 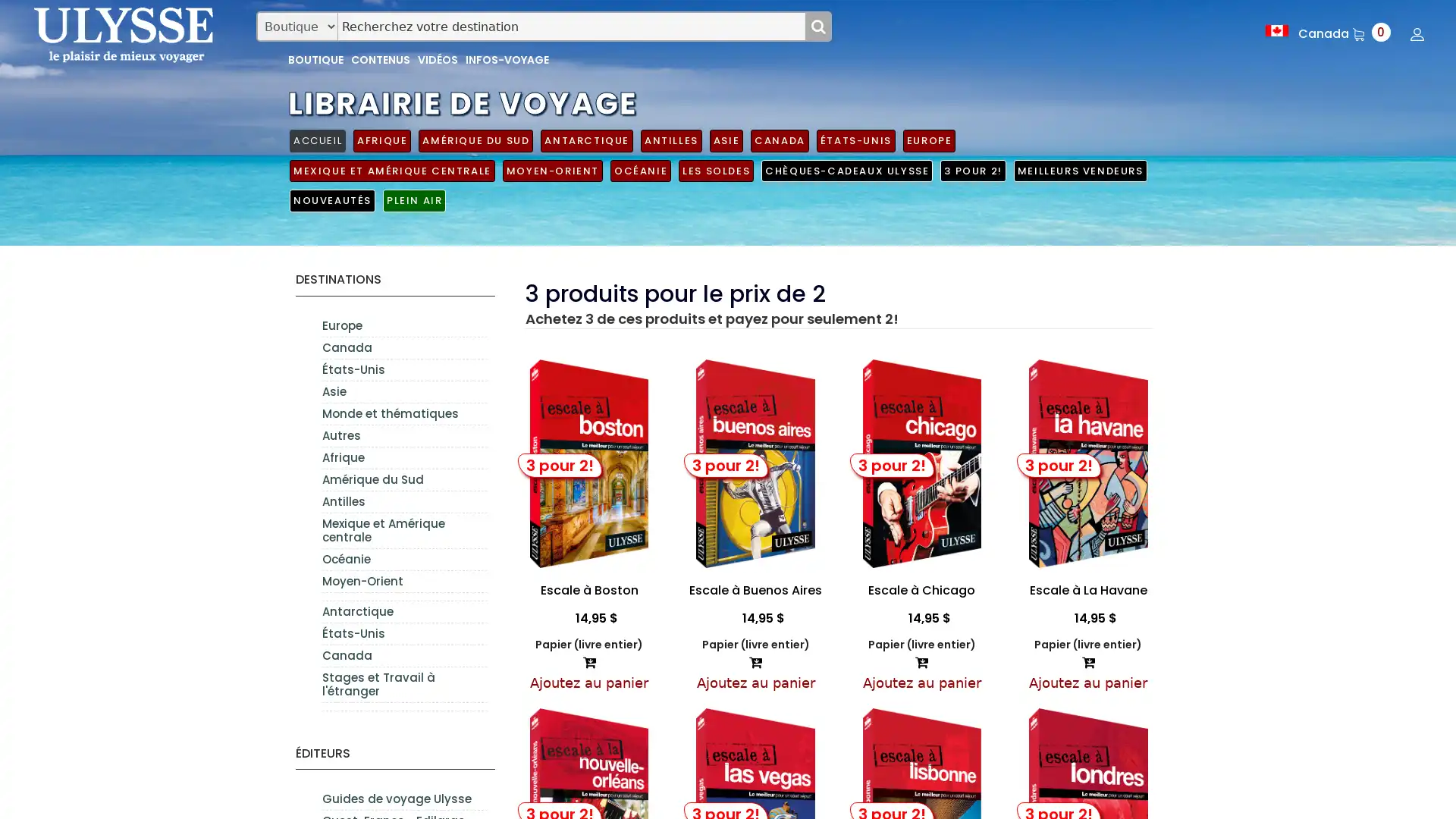 What do you see at coordinates (316, 140) in the screenshot?
I see `ACCUEIL` at bounding box center [316, 140].